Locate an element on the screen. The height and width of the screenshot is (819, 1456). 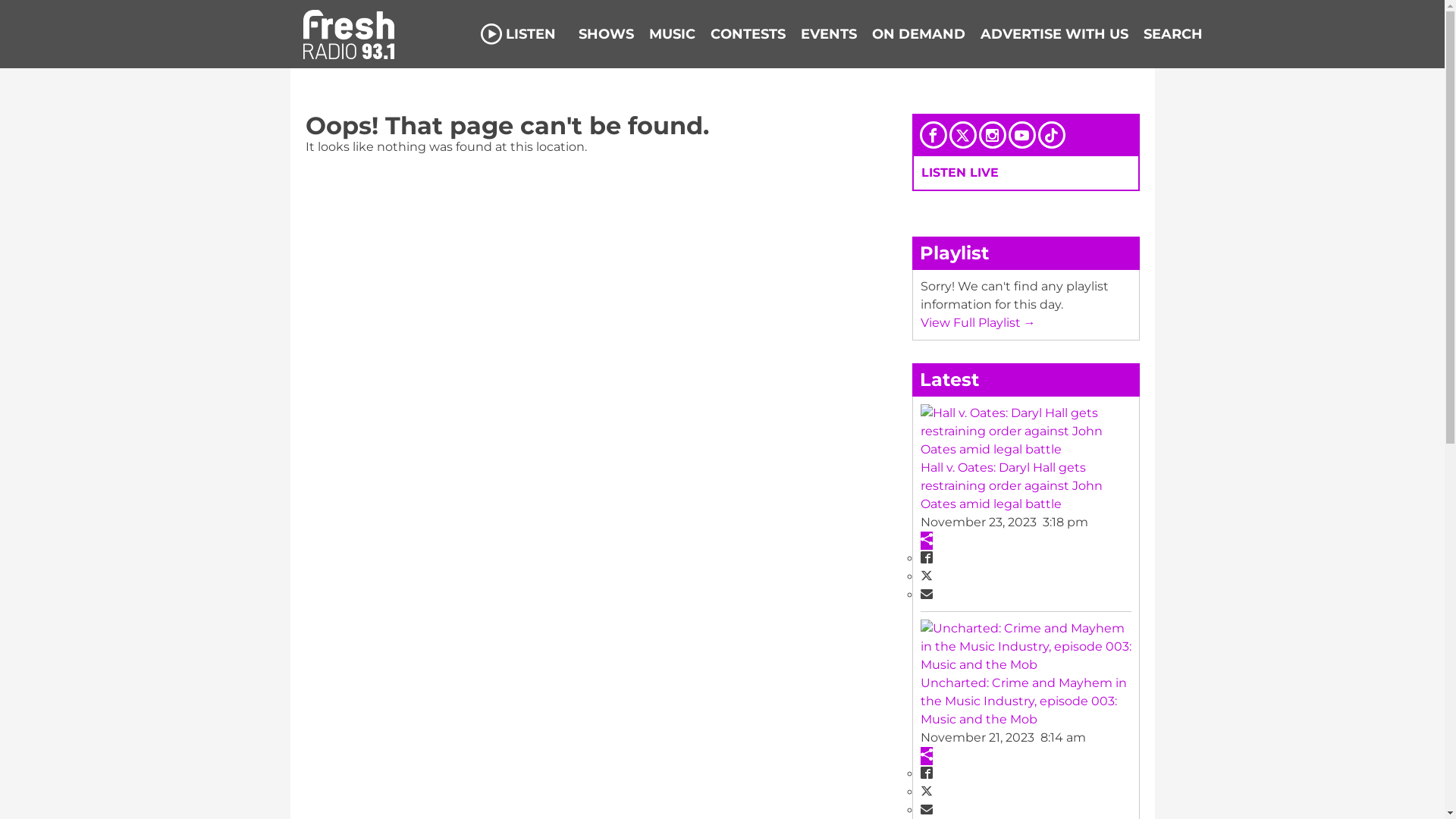
'CONTESTS' is located at coordinates (747, 34).